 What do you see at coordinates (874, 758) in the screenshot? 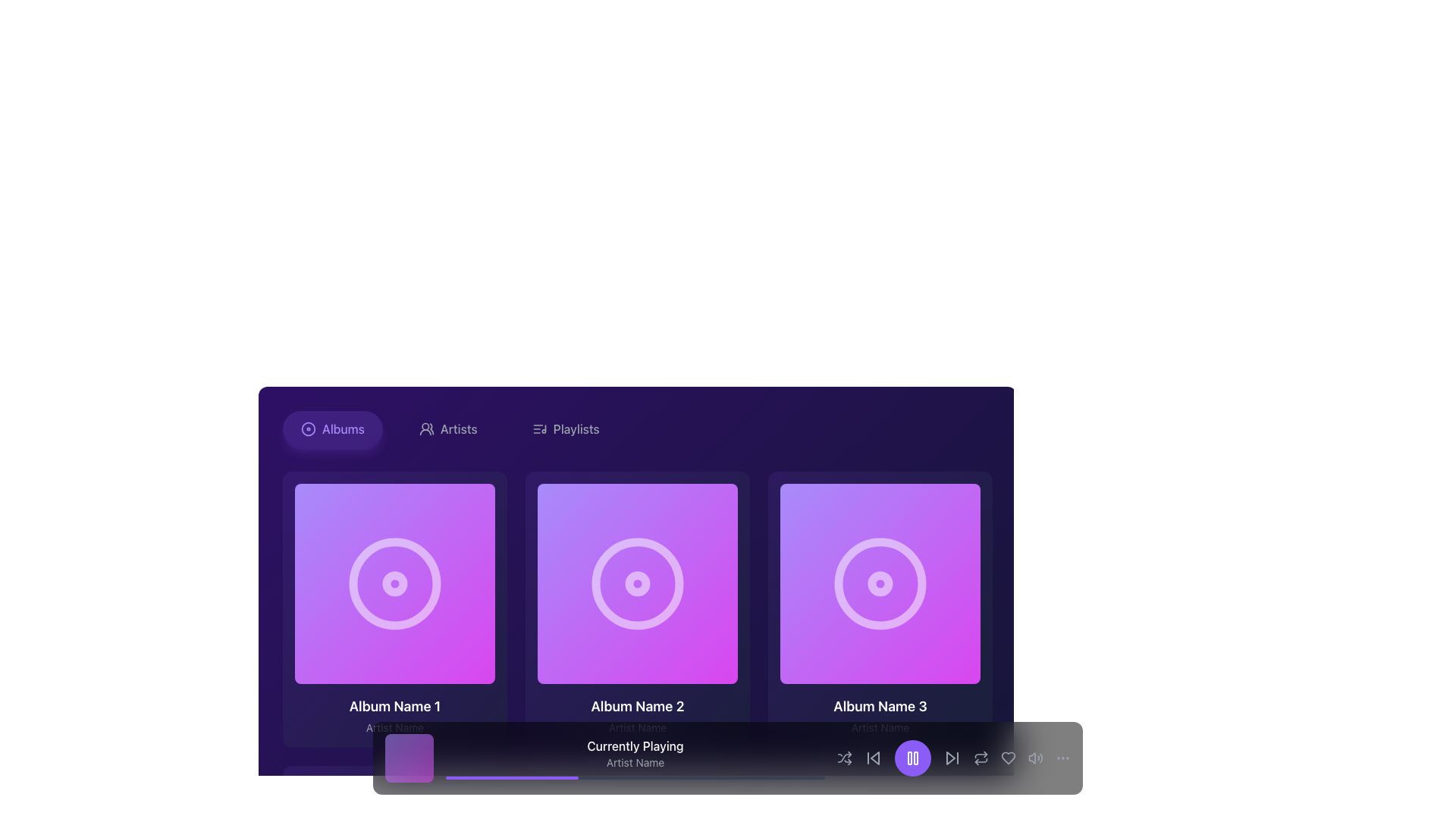
I see `the navigation button located in the bottom center control panel, specifically to the left of the large purple play/pause button, which is the third interactive icon from the left` at bounding box center [874, 758].